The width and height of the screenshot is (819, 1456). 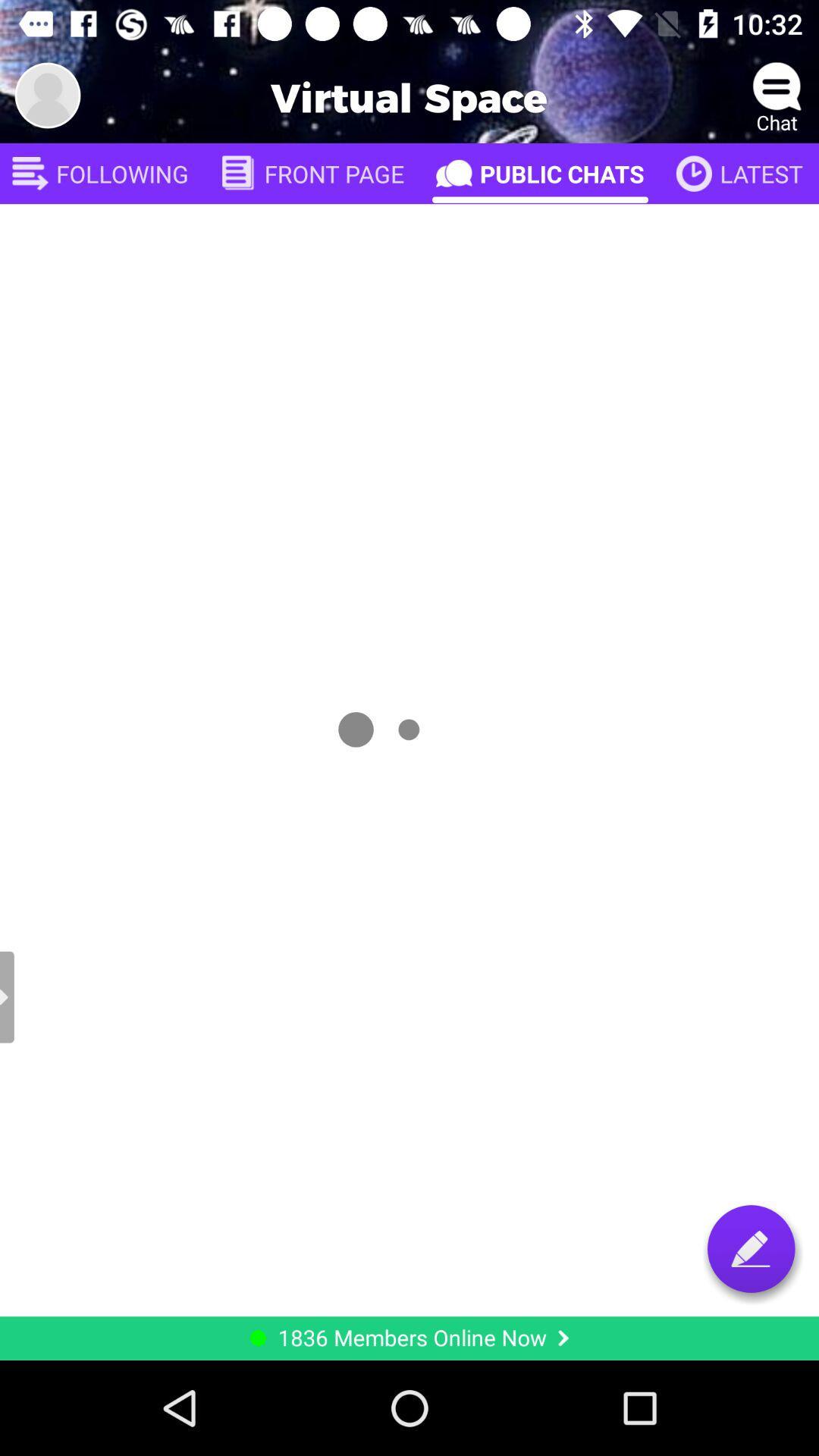 I want to click on my profile, so click(x=46, y=94).